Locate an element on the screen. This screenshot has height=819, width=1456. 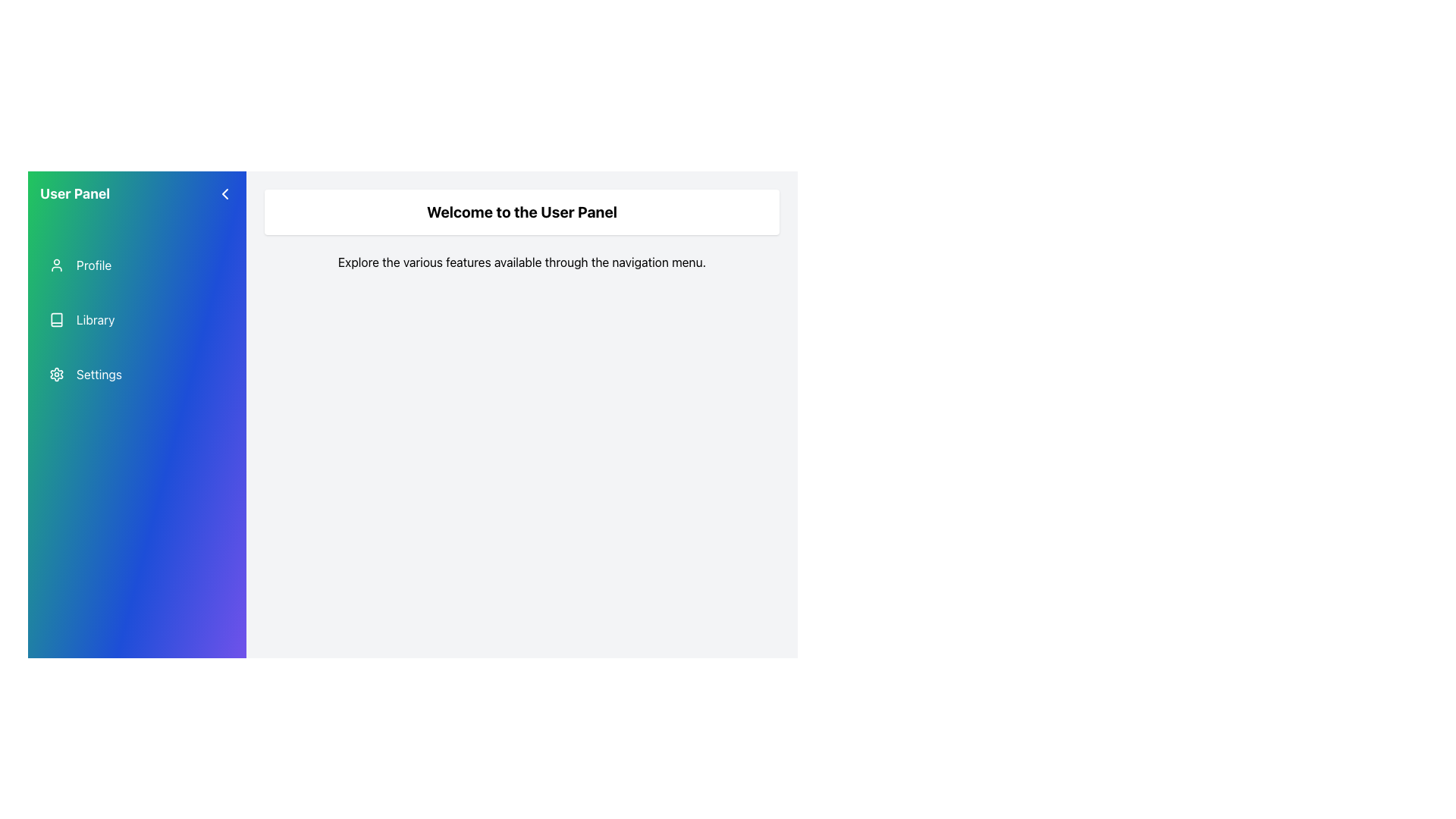
the welcome message text that greets users upon accessing the panel, located near the top center of the main content area, below the navigation menu is located at coordinates (522, 212).